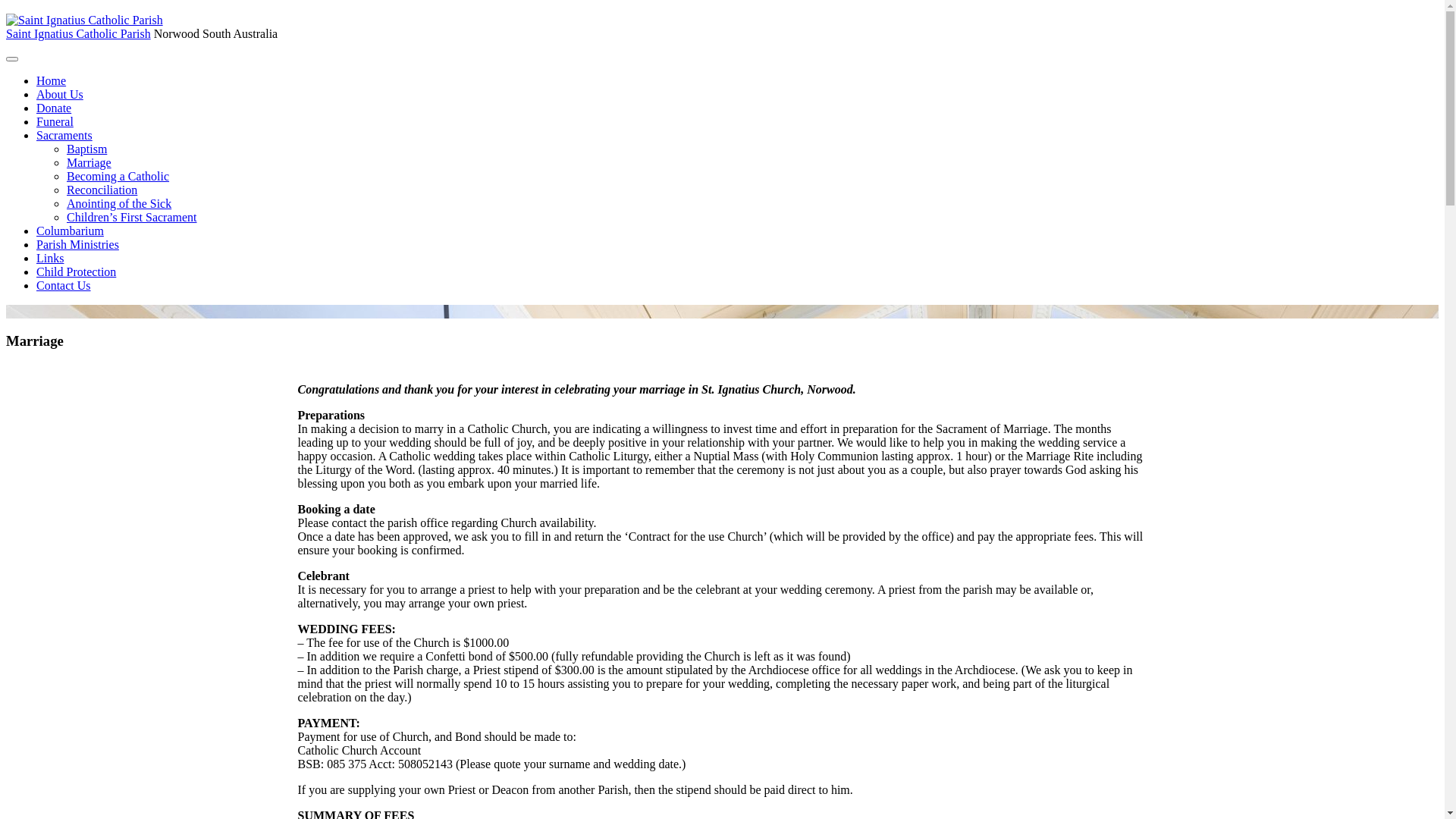 The image size is (1456, 819). What do you see at coordinates (65, 149) in the screenshot?
I see `'Baptism'` at bounding box center [65, 149].